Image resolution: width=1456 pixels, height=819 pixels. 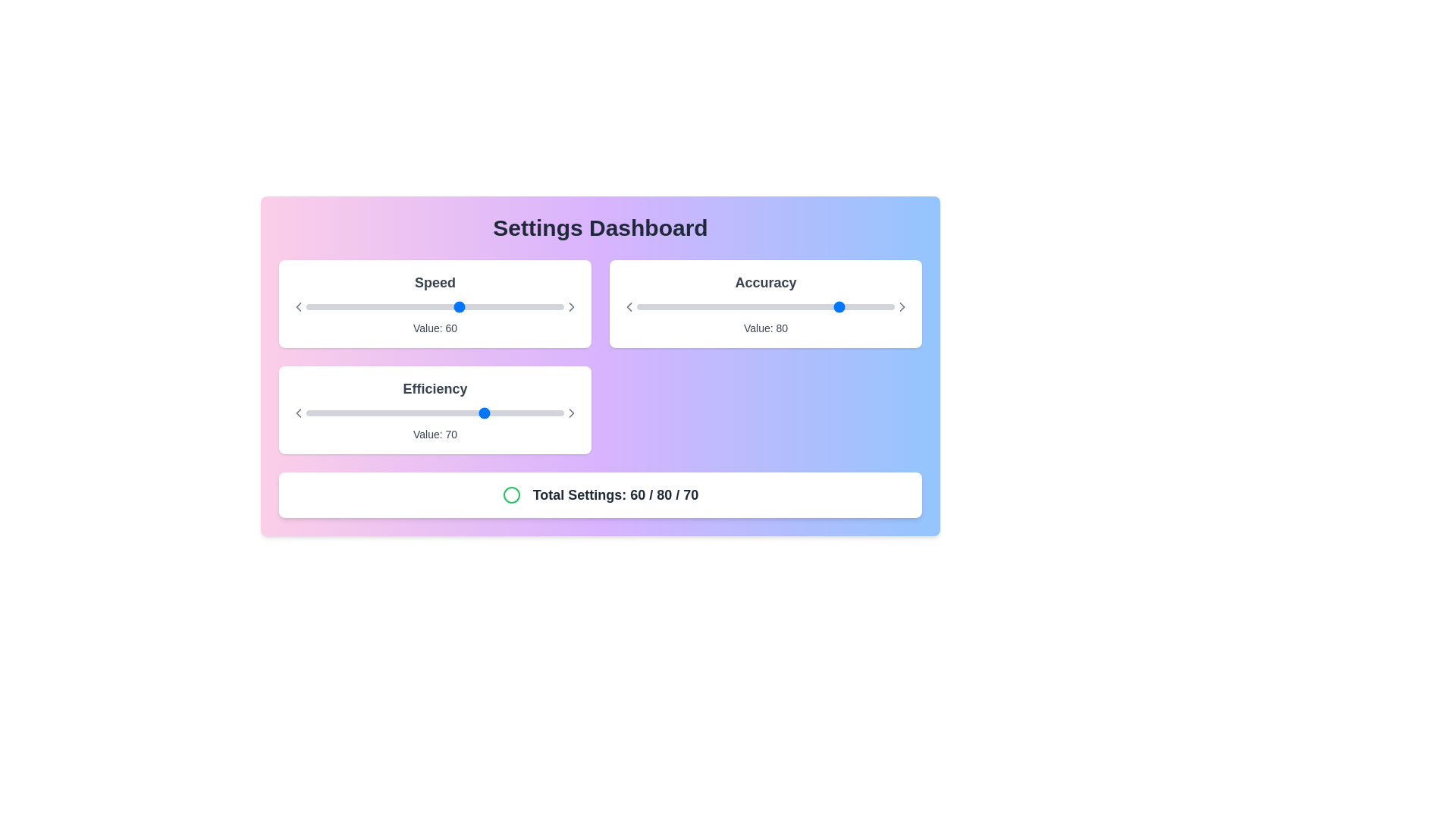 I want to click on the accuracy slider, so click(x=851, y=307).